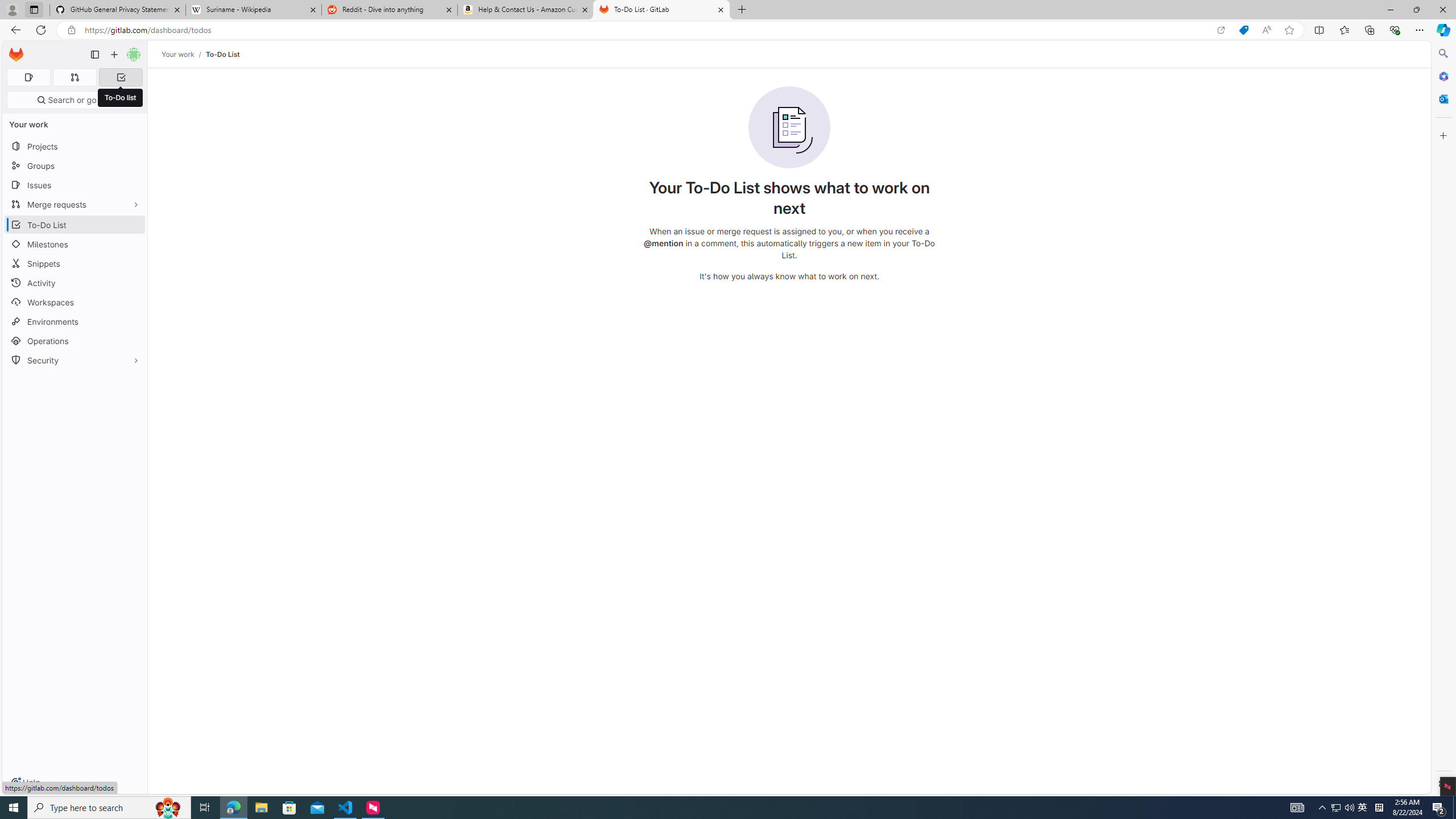 This screenshot has height=819, width=1456. Describe the element at coordinates (74, 359) in the screenshot. I see `'Security'` at that location.